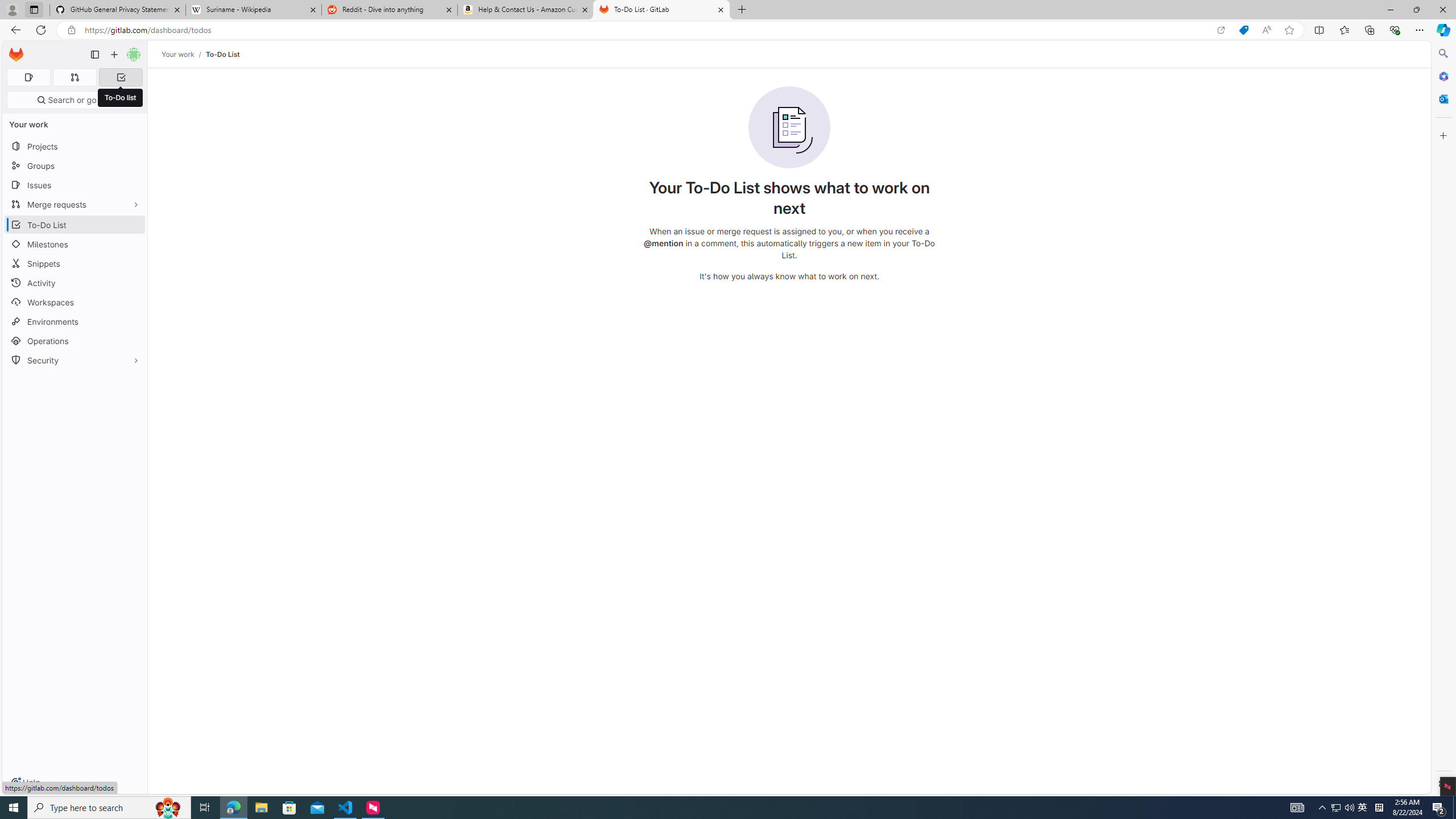 This screenshot has height=819, width=1456. Describe the element at coordinates (74, 359) in the screenshot. I see `'Security'` at that location.